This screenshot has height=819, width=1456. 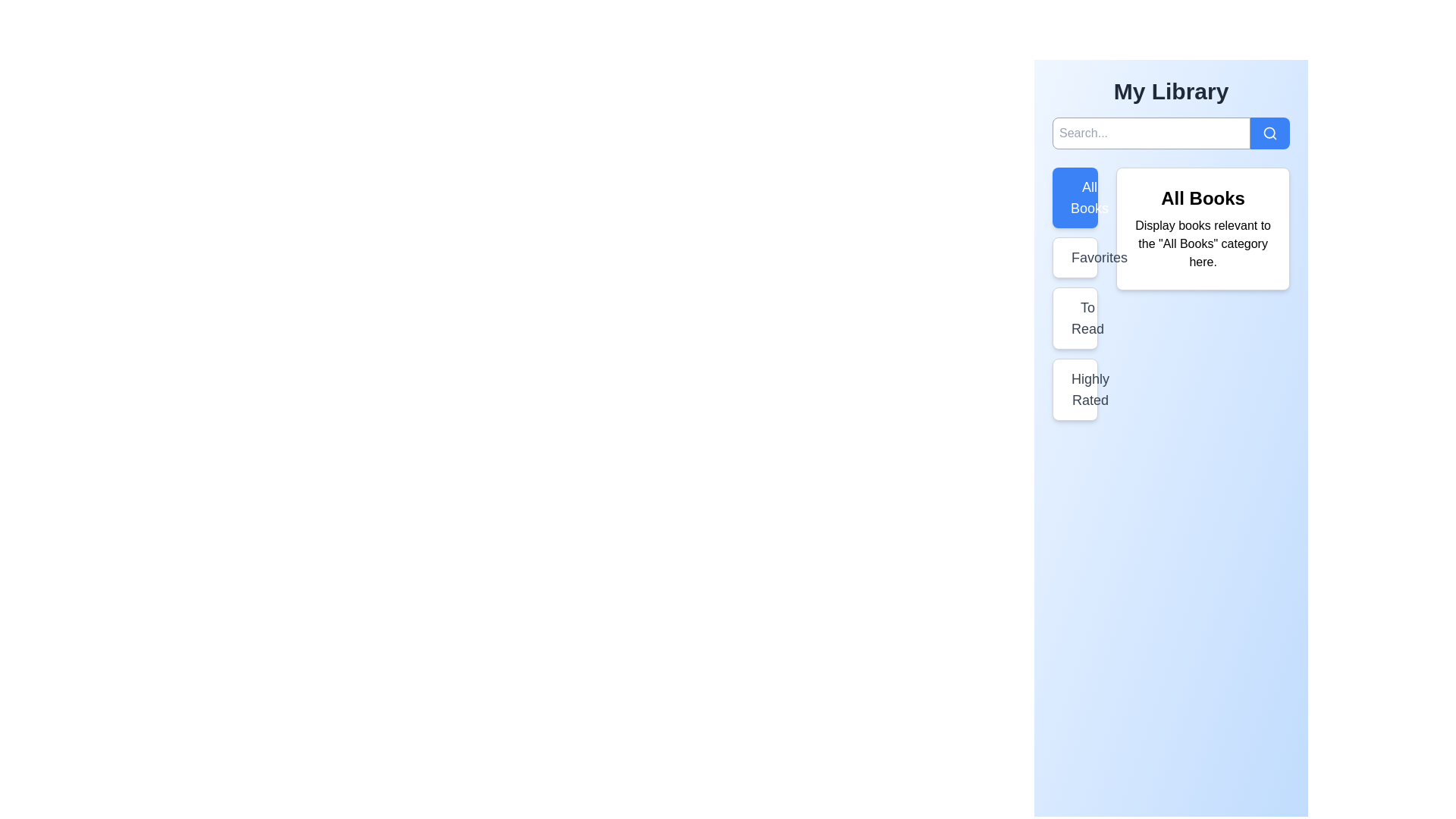 What do you see at coordinates (1270, 133) in the screenshot?
I see `the search icon represented by a magnifying glass symbol, styled in white with a blue circular background, located in the top-right portion of the interface for keyboard navigation` at bounding box center [1270, 133].